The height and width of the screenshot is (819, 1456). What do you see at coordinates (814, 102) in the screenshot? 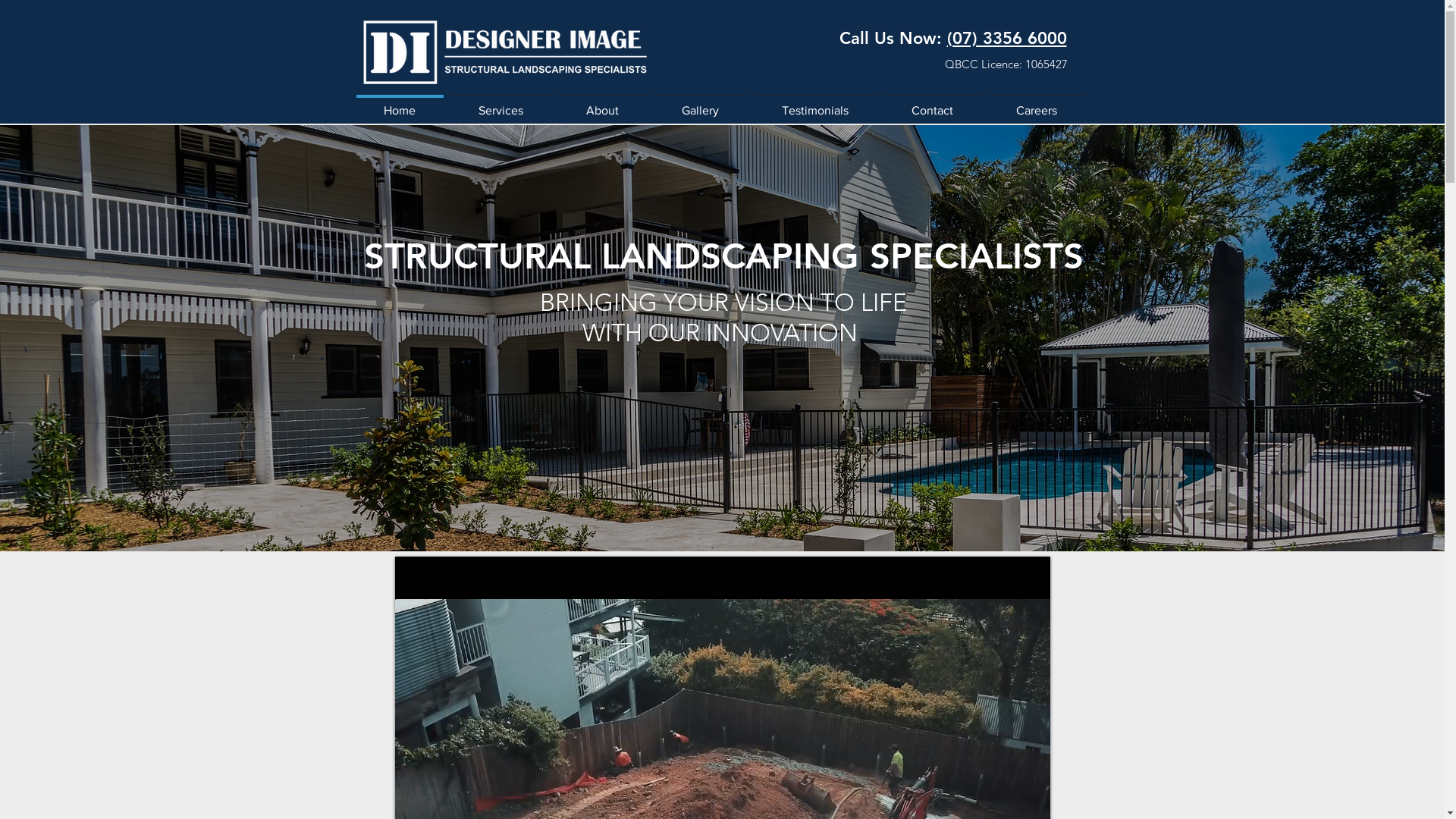
I see `'Testimonials'` at bounding box center [814, 102].